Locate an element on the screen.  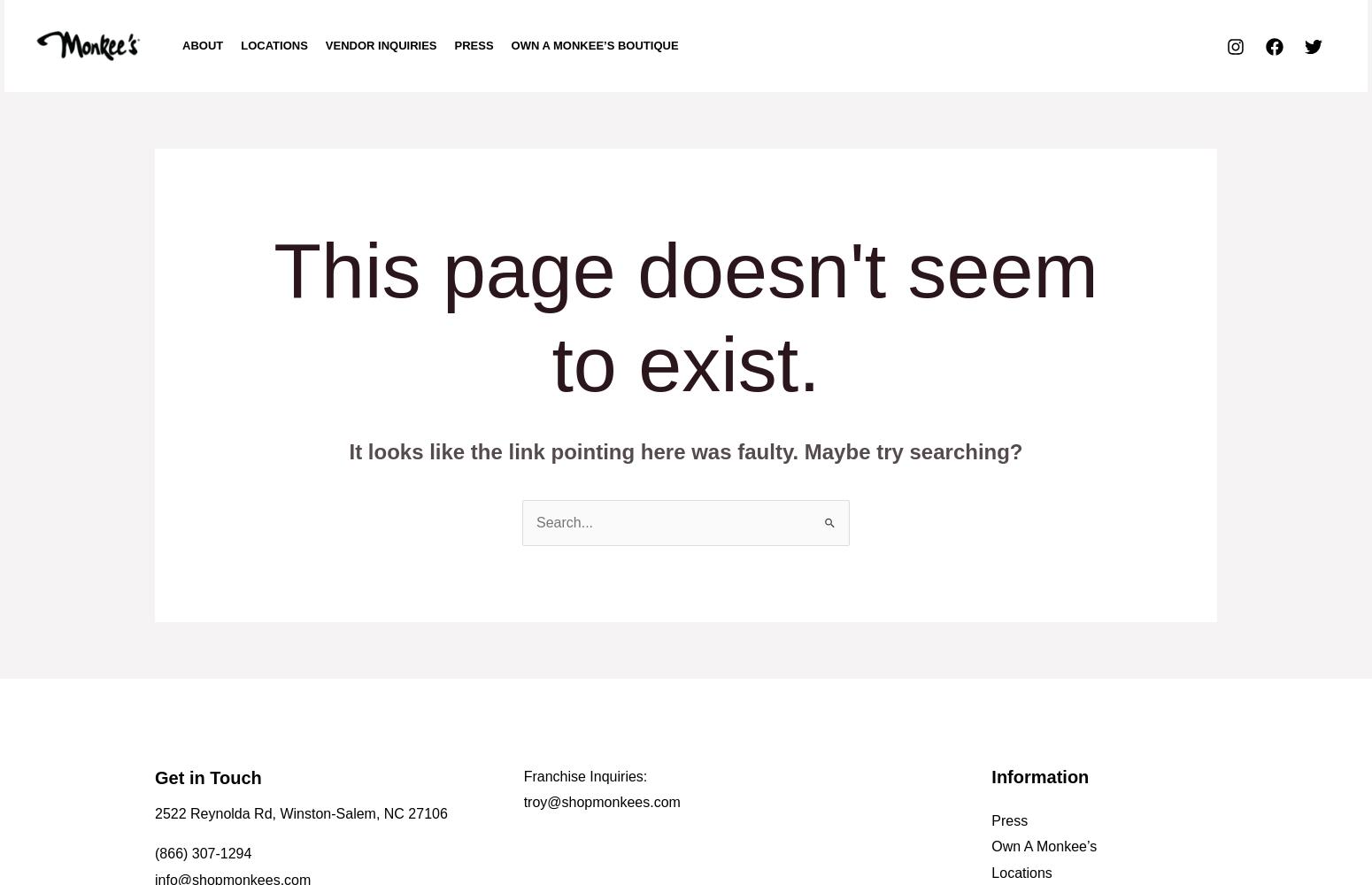
'troy@shopmonkees.com' is located at coordinates (600, 802).